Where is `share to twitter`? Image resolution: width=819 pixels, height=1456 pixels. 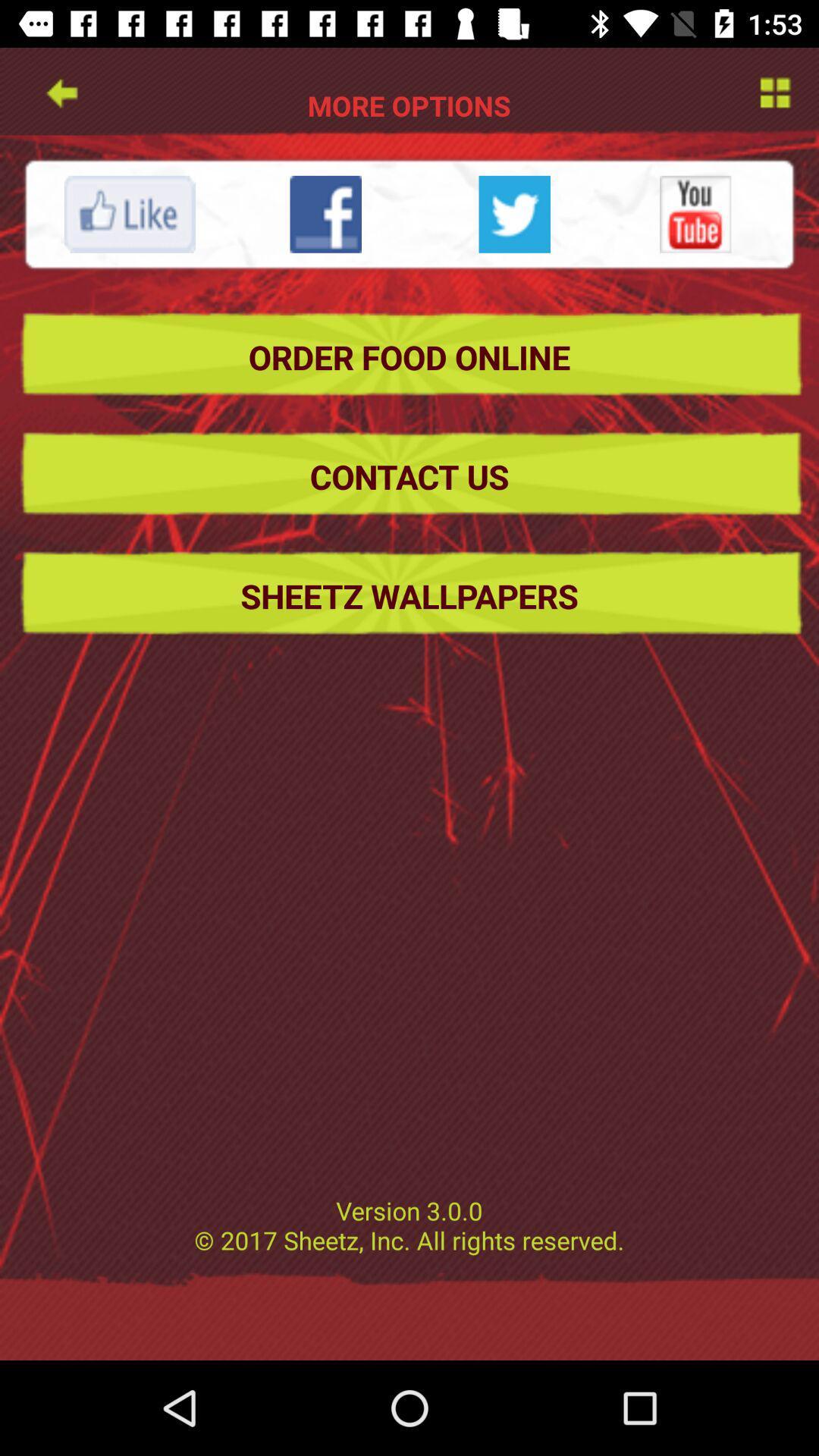
share to twitter is located at coordinates (513, 213).